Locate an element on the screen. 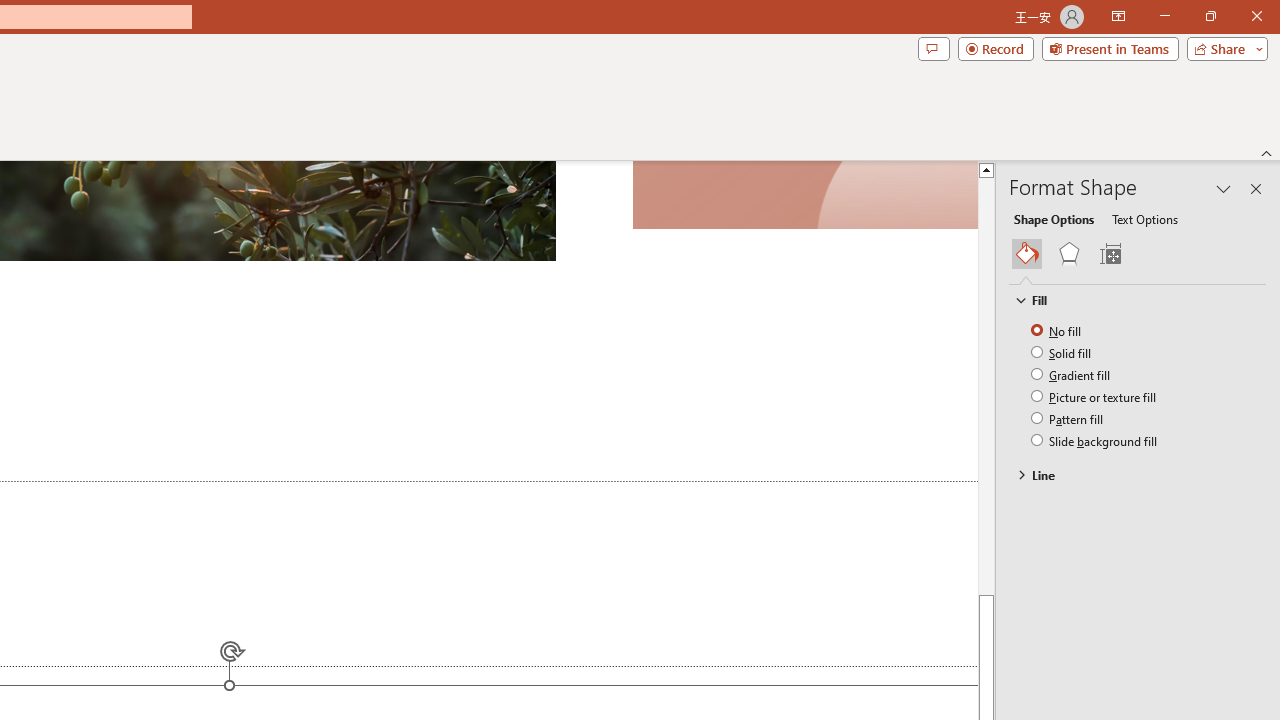 The width and height of the screenshot is (1280, 720). 'Slide background fill' is located at coordinates (1094, 439).